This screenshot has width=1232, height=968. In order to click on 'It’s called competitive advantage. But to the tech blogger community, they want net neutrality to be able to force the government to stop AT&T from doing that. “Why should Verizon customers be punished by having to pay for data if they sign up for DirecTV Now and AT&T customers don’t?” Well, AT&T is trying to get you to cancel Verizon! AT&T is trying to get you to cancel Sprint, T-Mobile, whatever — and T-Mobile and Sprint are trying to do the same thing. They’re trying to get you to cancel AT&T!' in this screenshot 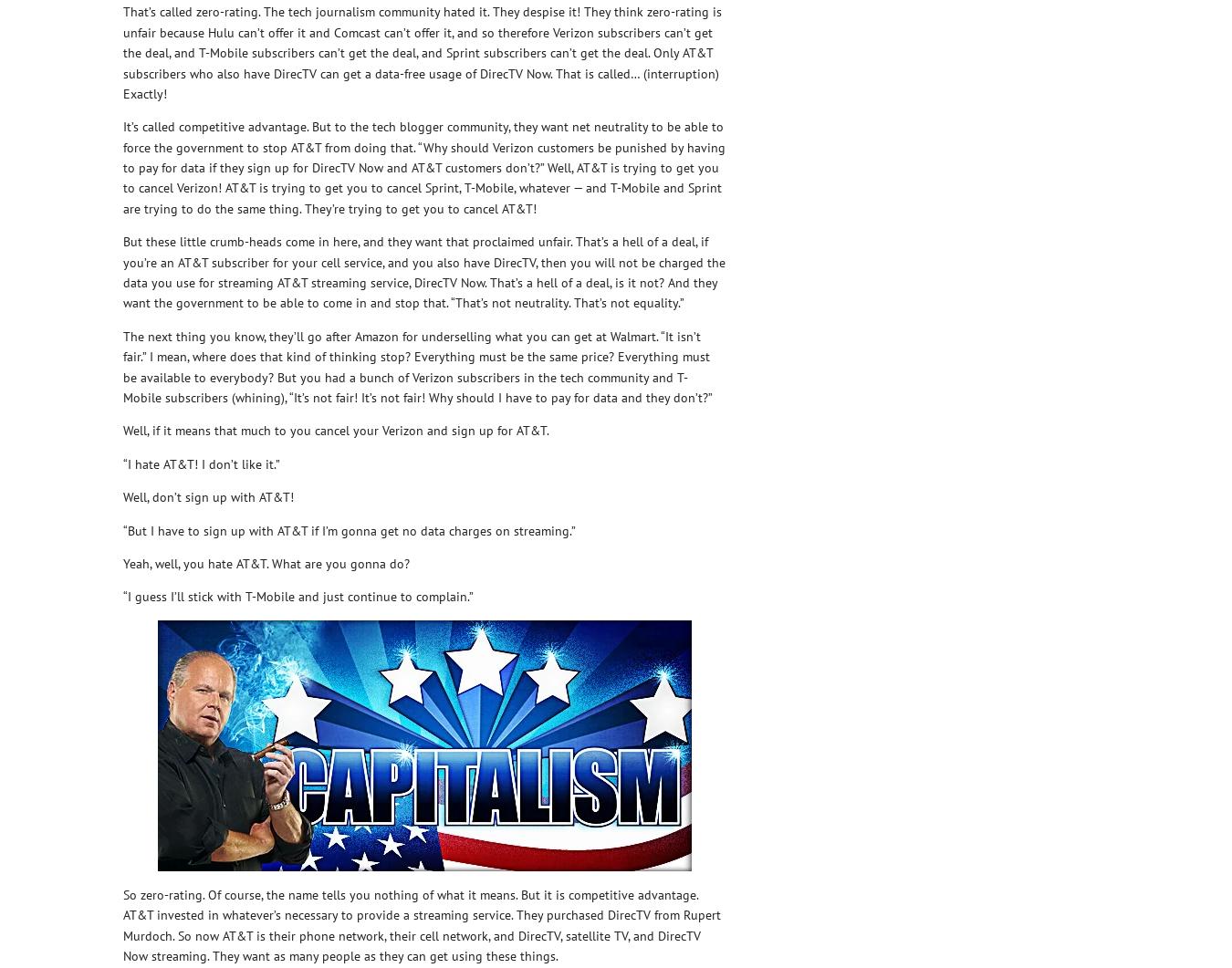, I will do `click(423, 166)`.